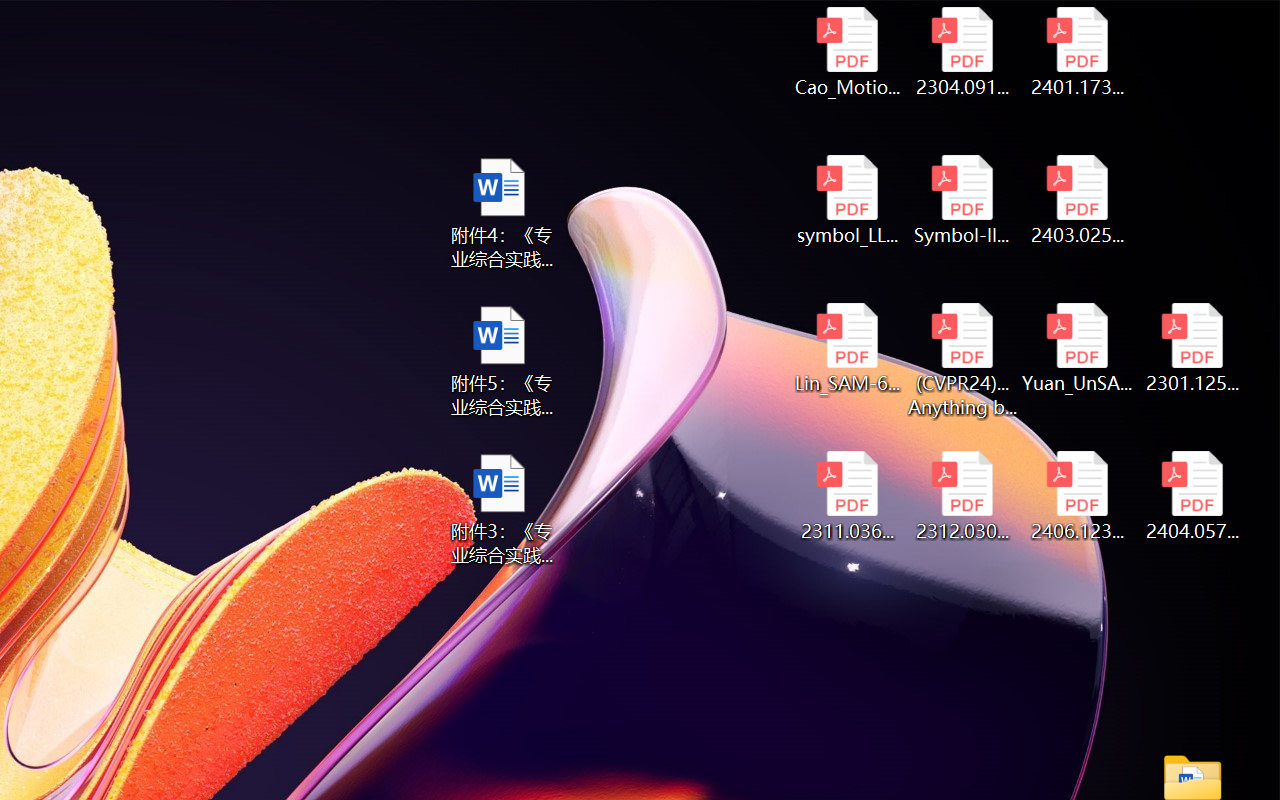 This screenshot has height=800, width=1280. What do you see at coordinates (962, 200) in the screenshot?
I see `'Symbol-llm-v2.pdf'` at bounding box center [962, 200].